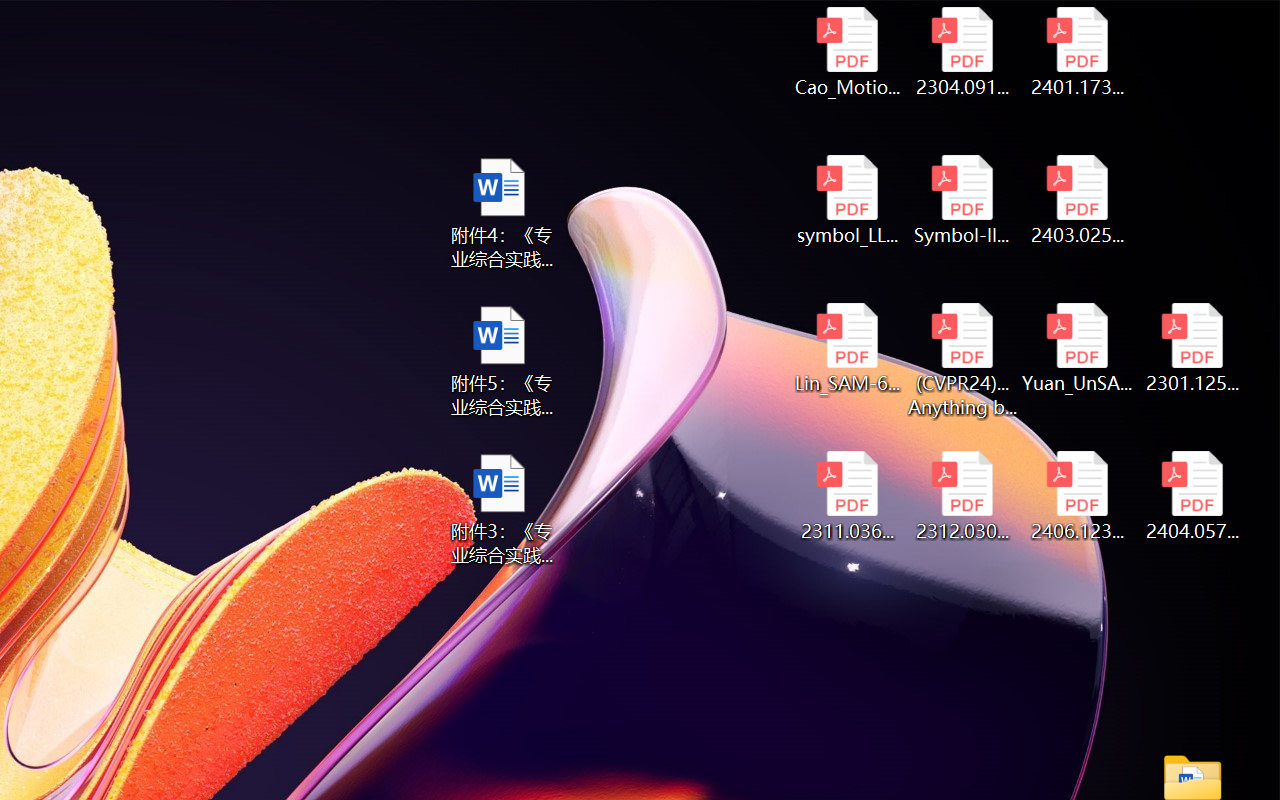 This screenshot has height=800, width=1280. What do you see at coordinates (962, 200) in the screenshot?
I see `'Symbol-llm-v2.pdf'` at bounding box center [962, 200].